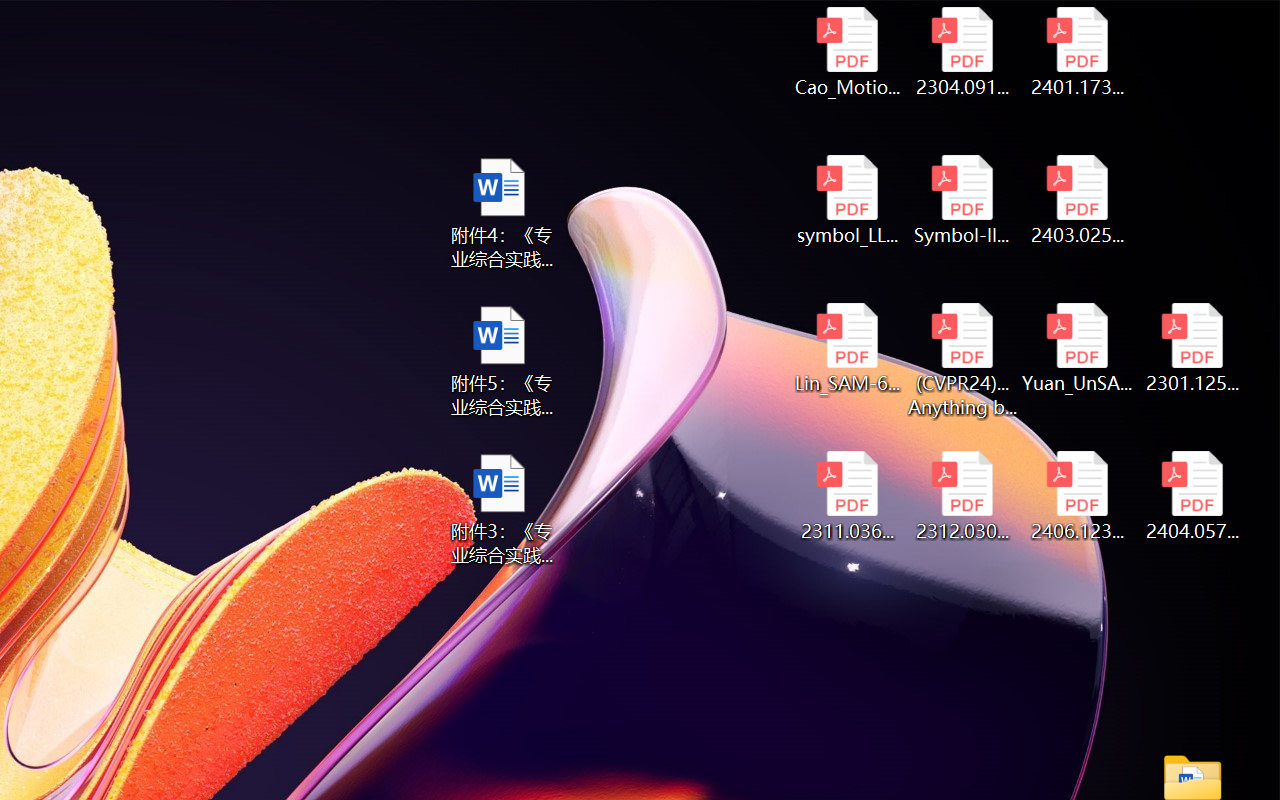 This screenshot has height=800, width=1280. What do you see at coordinates (962, 200) in the screenshot?
I see `'Symbol-llm-v2.pdf'` at bounding box center [962, 200].